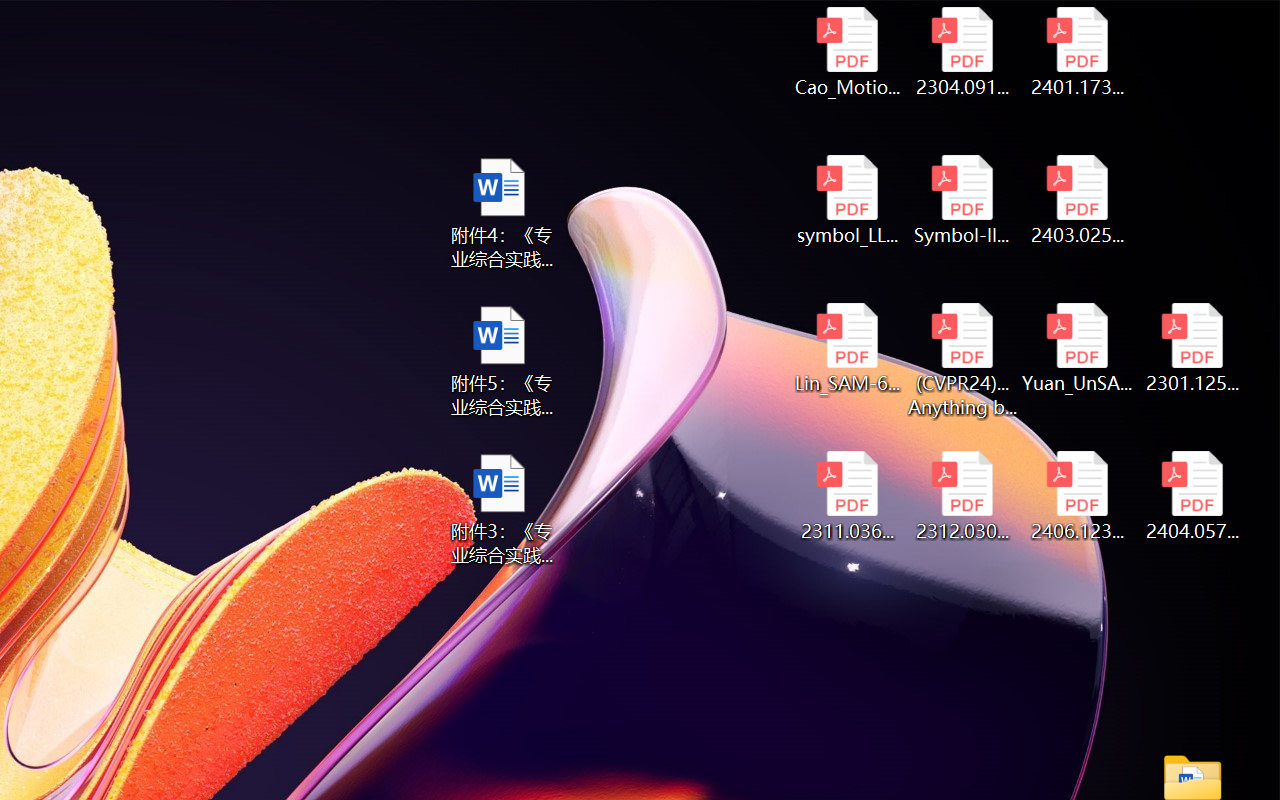 This screenshot has height=800, width=1280. What do you see at coordinates (962, 200) in the screenshot?
I see `'Symbol-llm-v2.pdf'` at bounding box center [962, 200].